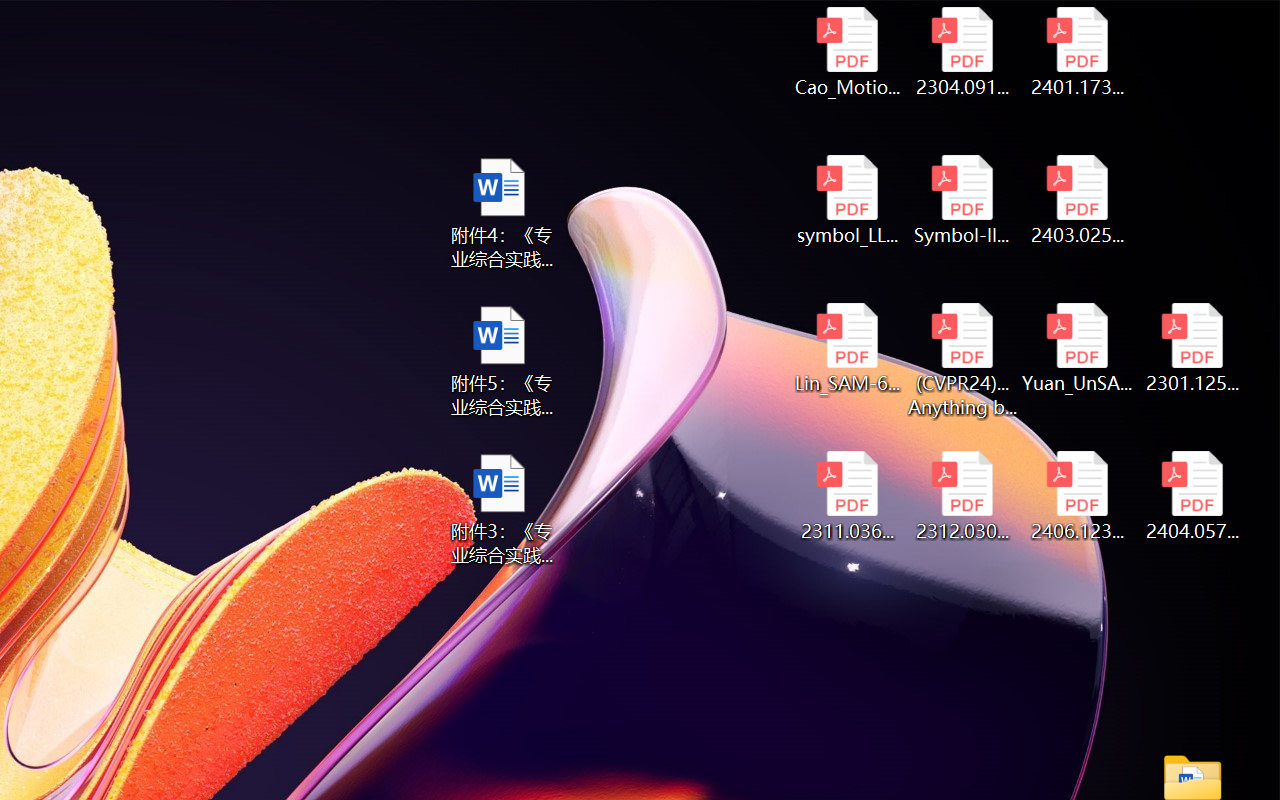 This screenshot has height=800, width=1280. What do you see at coordinates (962, 200) in the screenshot?
I see `'Symbol-llm-v2.pdf'` at bounding box center [962, 200].